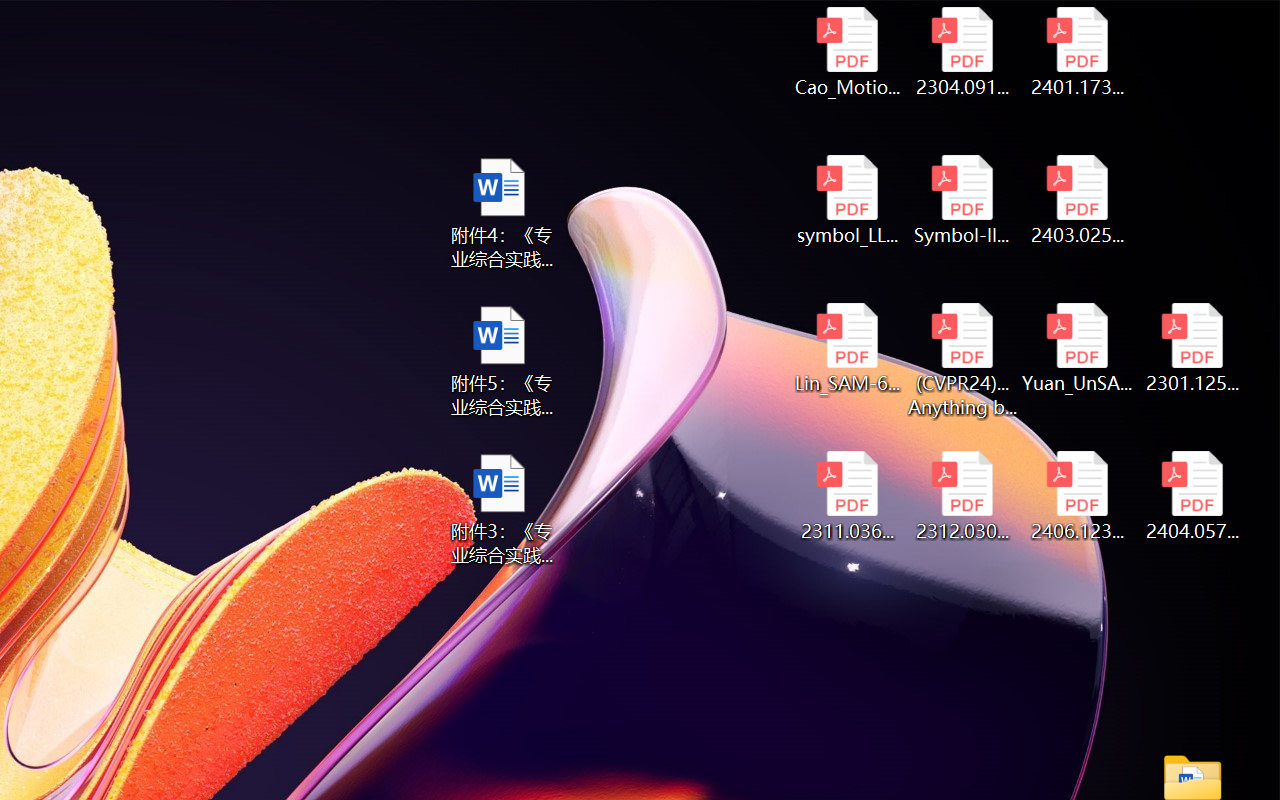 This screenshot has height=800, width=1280. What do you see at coordinates (962, 200) in the screenshot?
I see `'Symbol-llm-v2.pdf'` at bounding box center [962, 200].